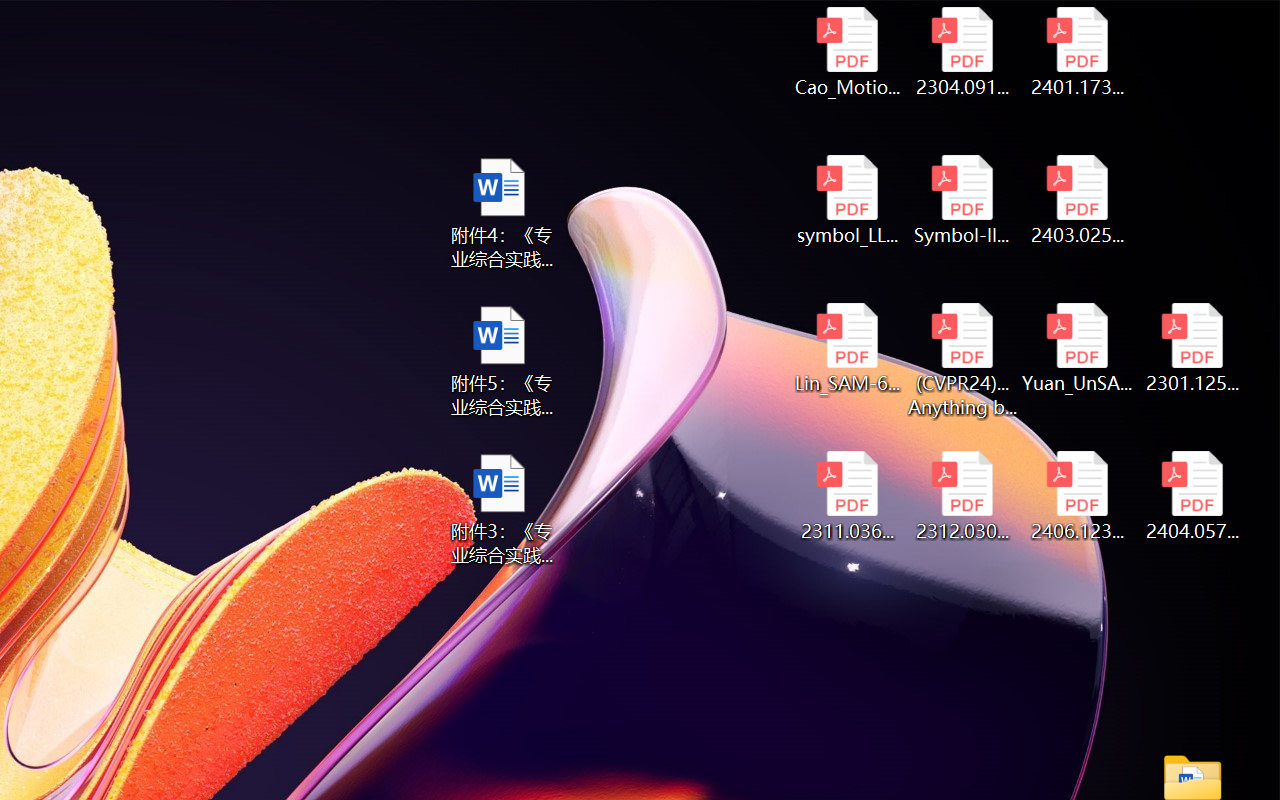 This screenshot has height=800, width=1280. What do you see at coordinates (962, 200) in the screenshot?
I see `'Symbol-llm-v2.pdf'` at bounding box center [962, 200].